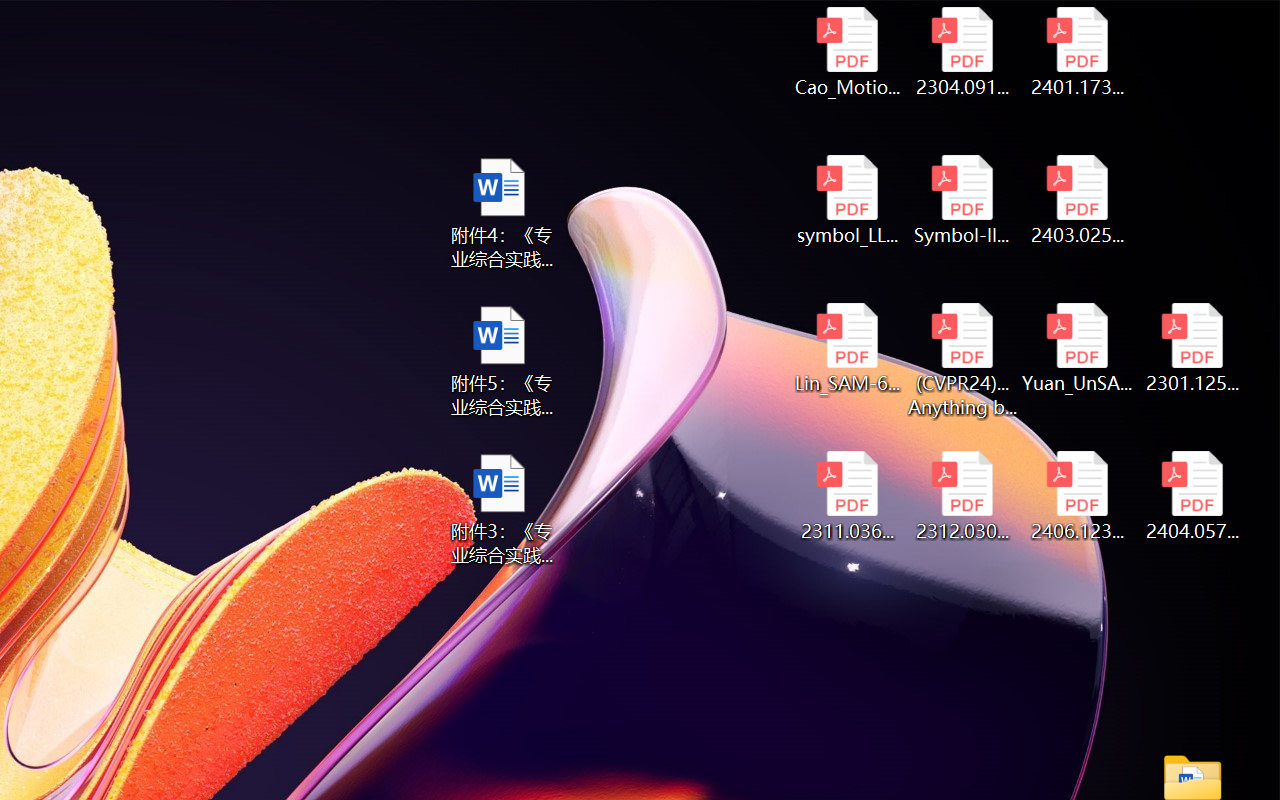 This screenshot has height=800, width=1280. What do you see at coordinates (962, 200) in the screenshot?
I see `'Symbol-llm-v2.pdf'` at bounding box center [962, 200].